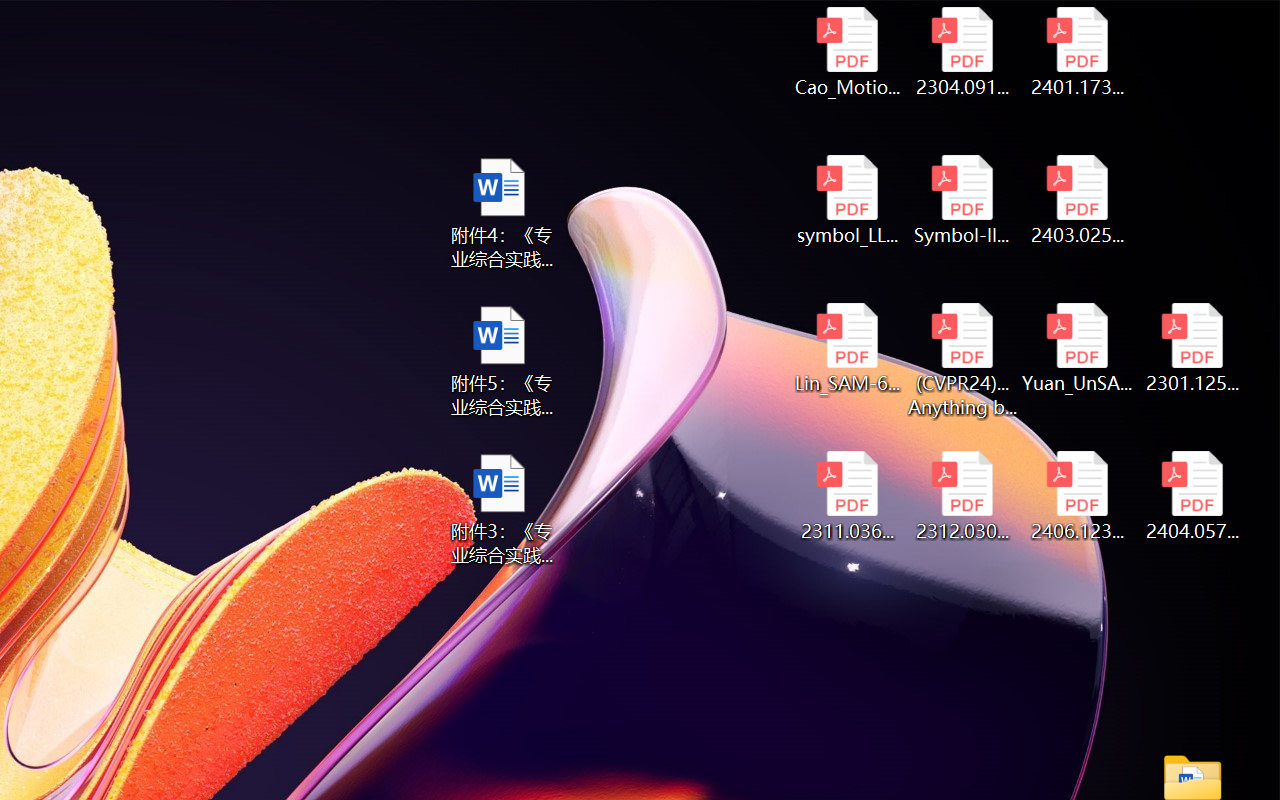 This screenshot has height=800, width=1280. What do you see at coordinates (962, 200) in the screenshot?
I see `'Symbol-llm-v2.pdf'` at bounding box center [962, 200].